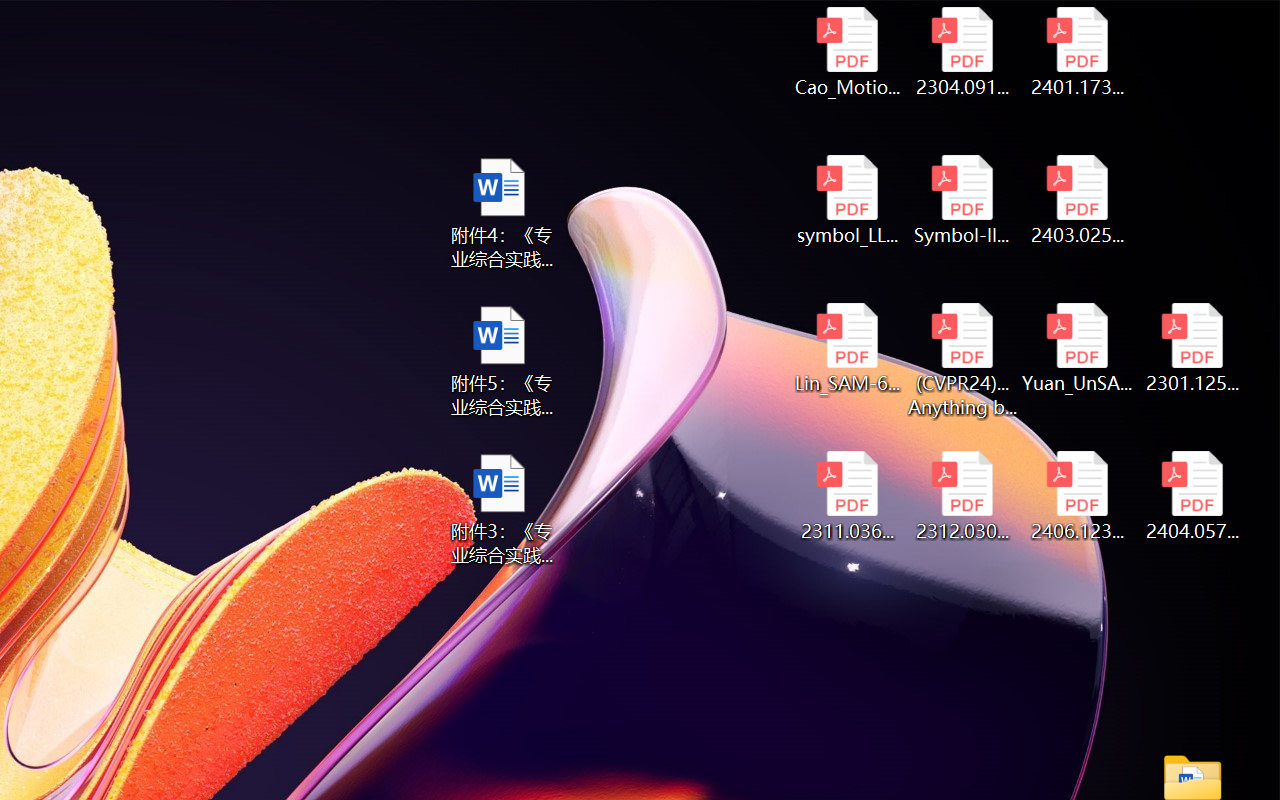 This screenshot has height=800, width=1280. What do you see at coordinates (962, 200) in the screenshot?
I see `'Symbol-llm-v2.pdf'` at bounding box center [962, 200].